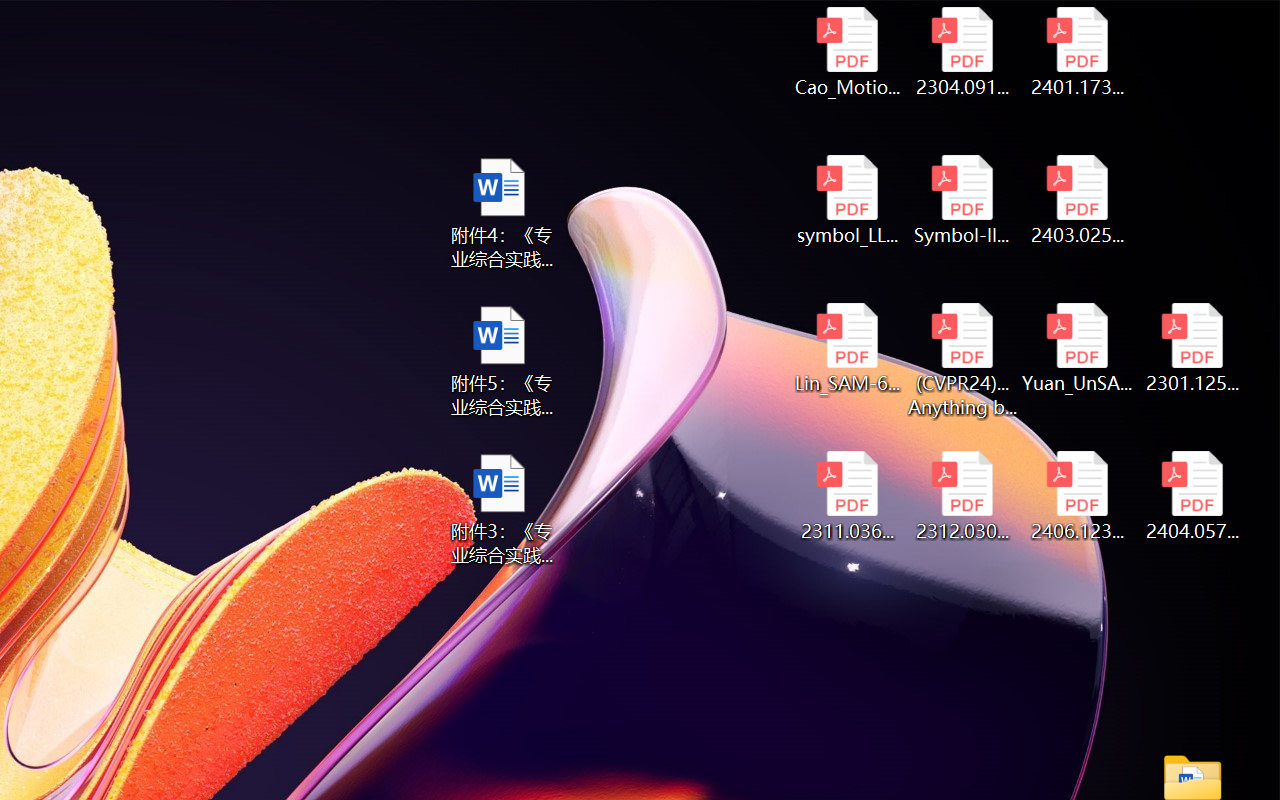 This screenshot has height=800, width=1280. What do you see at coordinates (962, 200) in the screenshot?
I see `'Symbol-llm-v2.pdf'` at bounding box center [962, 200].